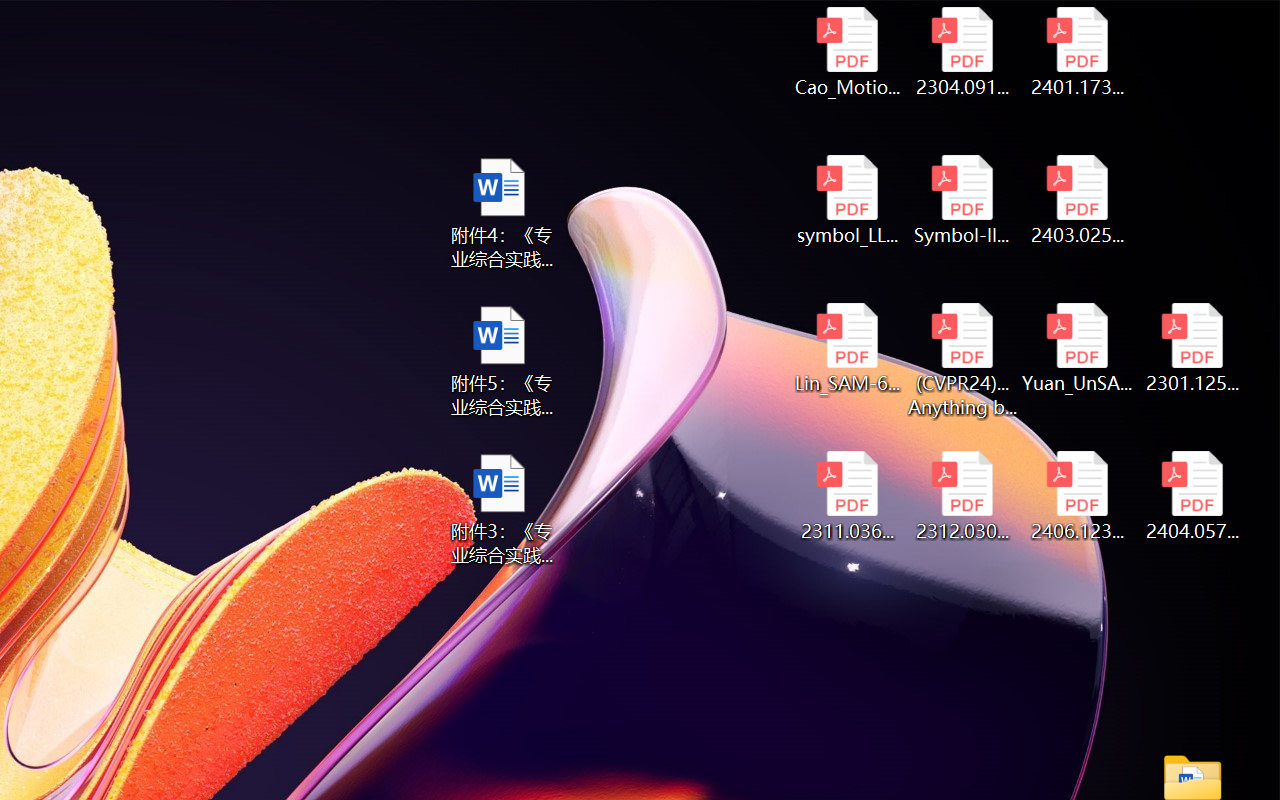 This screenshot has height=800, width=1280. What do you see at coordinates (962, 200) in the screenshot?
I see `'Symbol-llm-v2.pdf'` at bounding box center [962, 200].